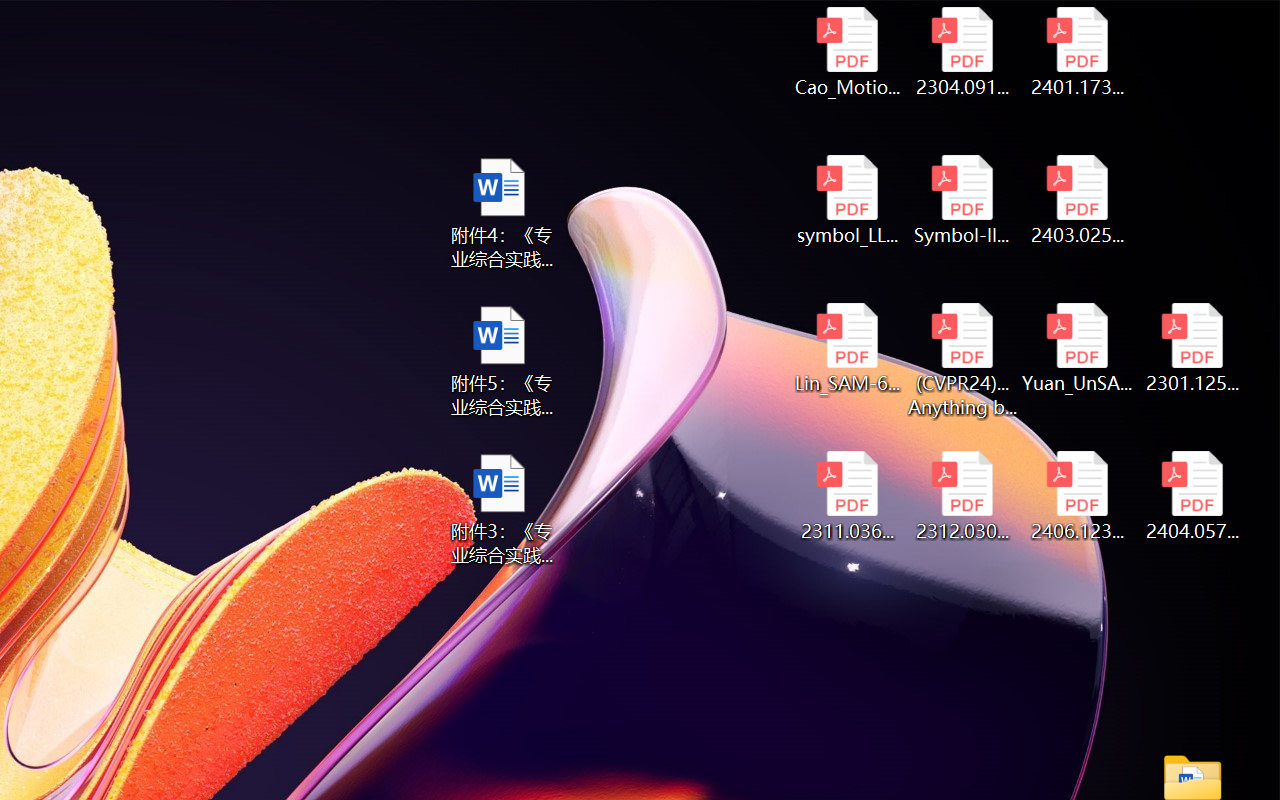 This screenshot has height=800, width=1280. What do you see at coordinates (962, 200) in the screenshot?
I see `'Symbol-llm-v2.pdf'` at bounding box center [962, 200].